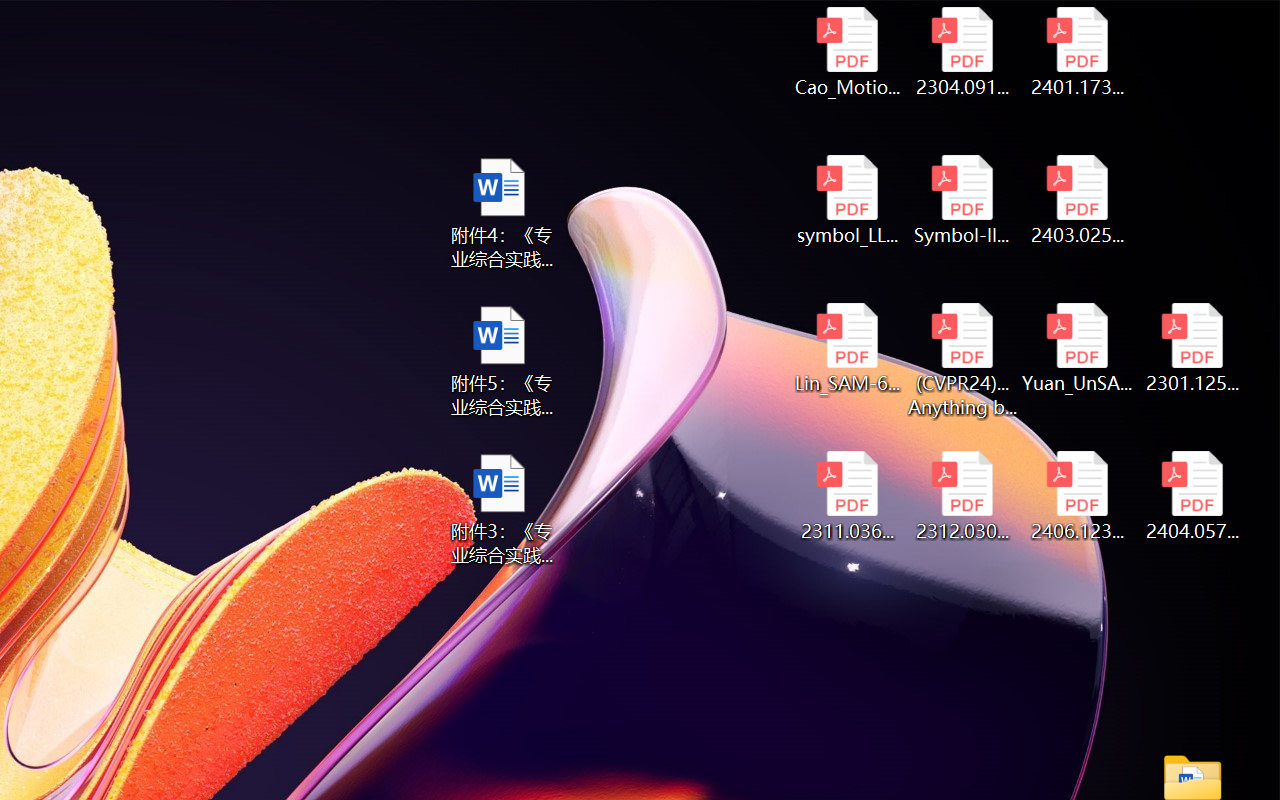 This screenshot has height=800, width=1280. What do you see at coordinates (962, 200) in the screenshot?
I see `'Symbol-llm-v2.pdf'` at bounding box center [962, 200].